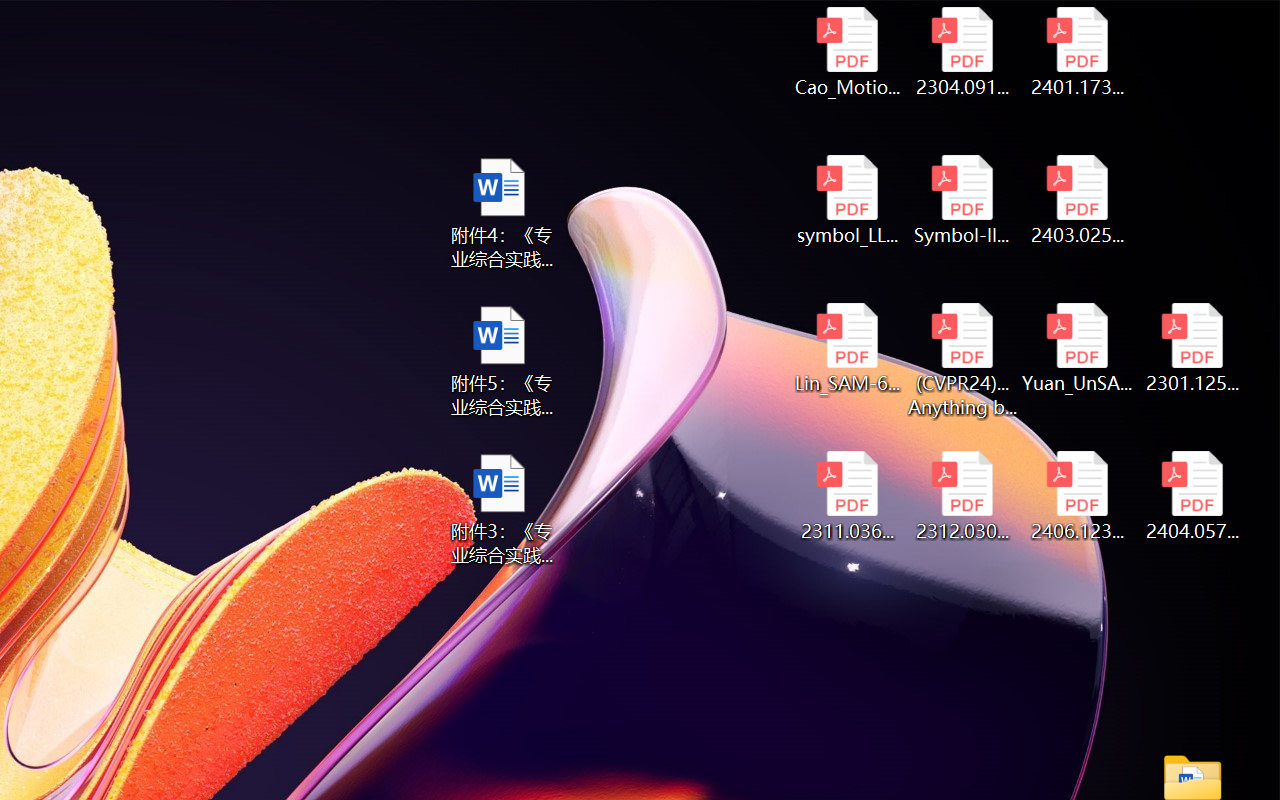 This screenshot has height=800, width=1280. What do you see at coordinates (962, 200) in the screenshot?
I see `'Symbol-llm-v2.pdf'` at bounding box center [962, 200].